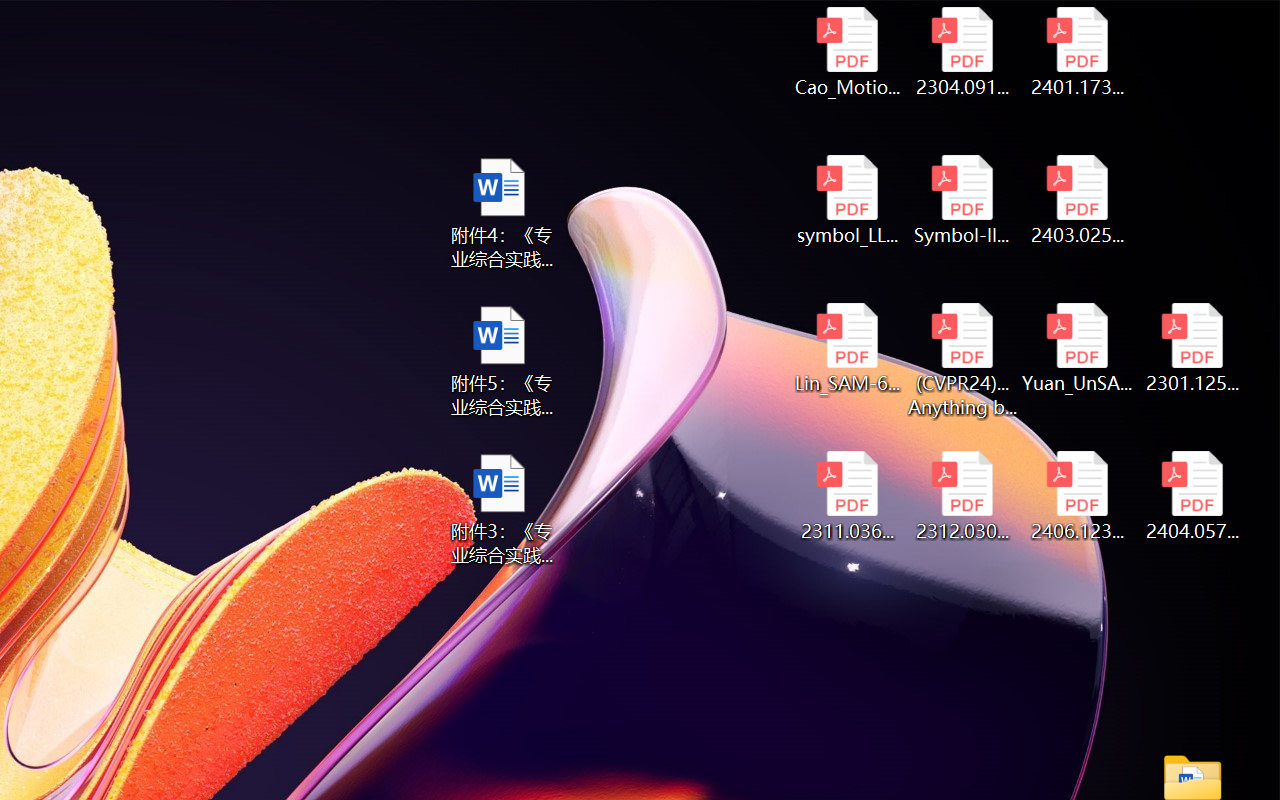 This screenshot has height=800, width=1280. What do you see at coordinates (962, 200) in the screenshot?
I see `'Symbol-llm-v2.pdf'` at bounding box center [962, 200].